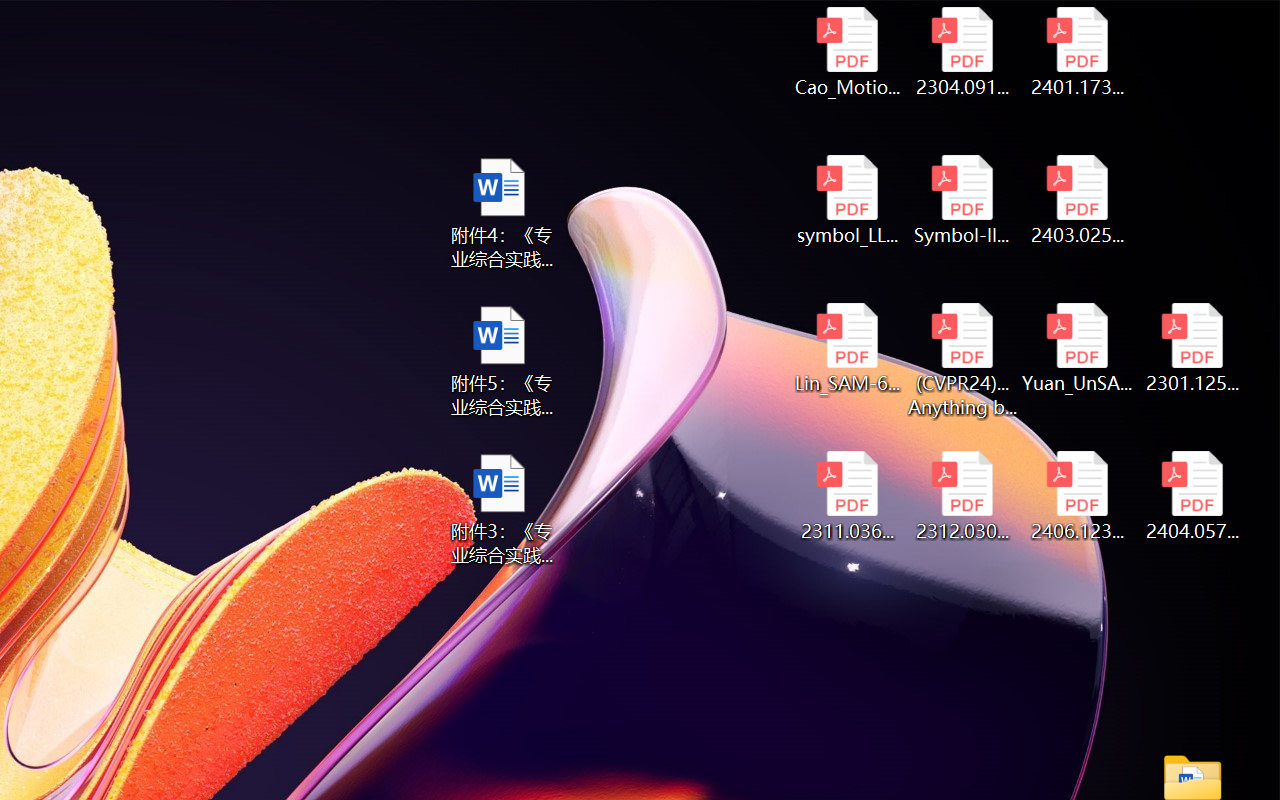 This screenshot has height=800, width=1280. What do you see at coordinates (962, 200) in the screenshot?
I see `'Symbol-llm-v2.pdf'` at bounding box center [962, 200].